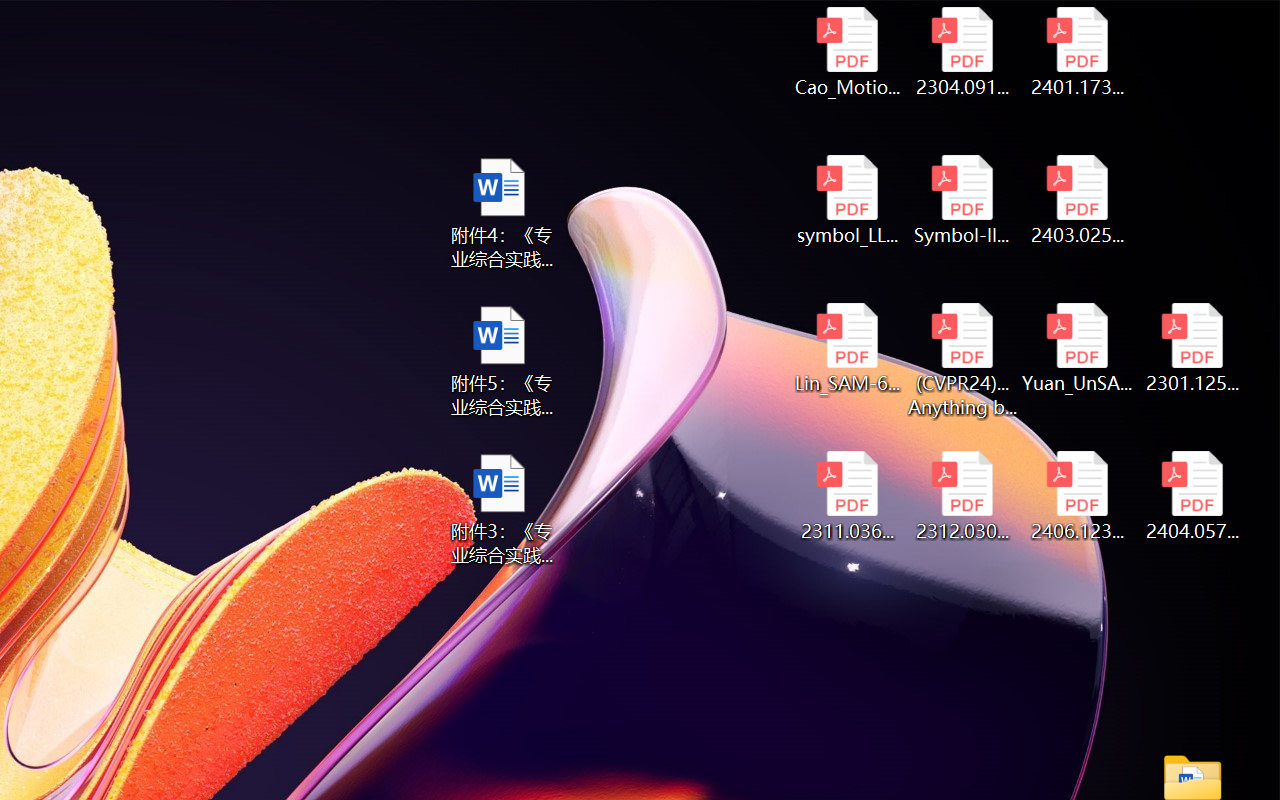 This screenshot has height=800, width=1280. What do you see at coordinates (962, 200) in the screenshot?
I see `'Symbol-llm-v2.pdf'` at bounding box center [962, 200].